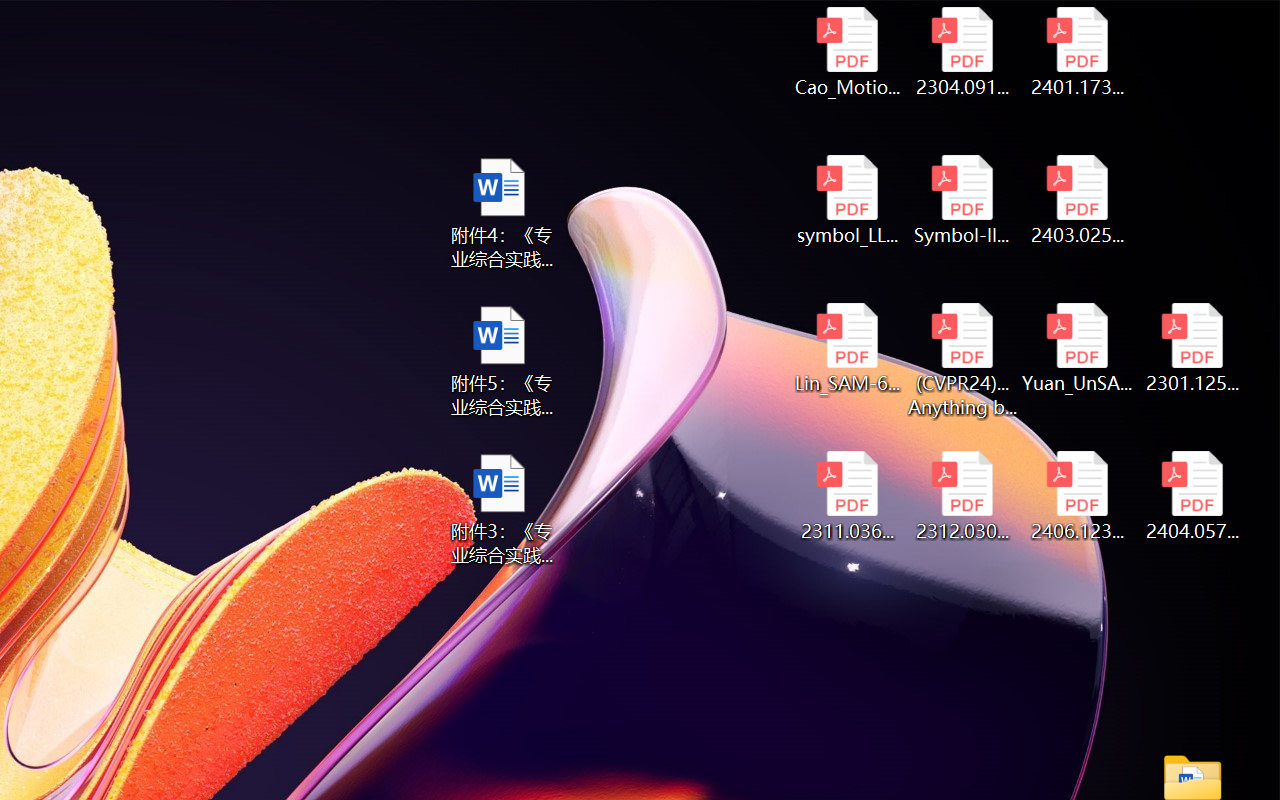 This screenshot has height=800, width=1280. What do you see at coordinates (962, 200) in the screenshot?
I see `'Symbol-llm-v2.pdf'` at bounding box center [962, 200].